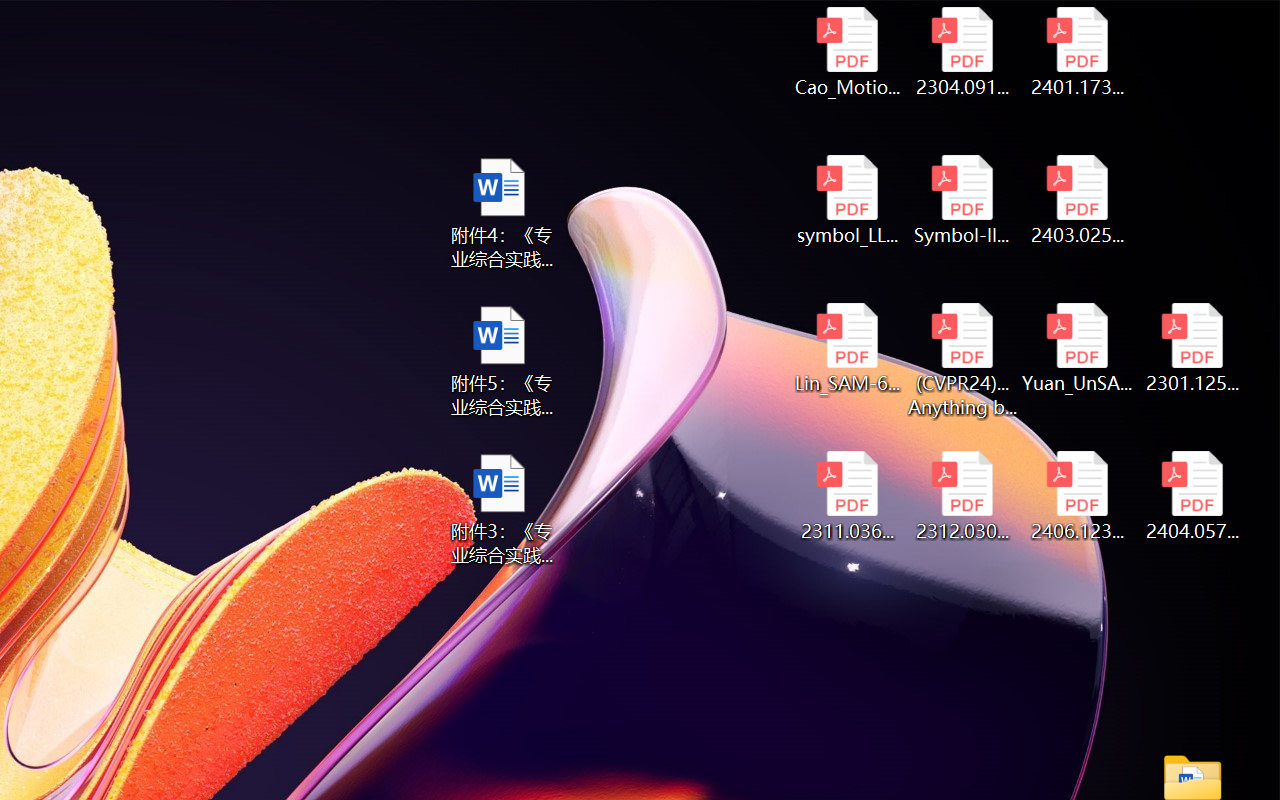 This screenshot has height=800, width=1280. What do you see at coordinates (962, 200) in the screenshot?
I see `'Symbol-llm-v2.pdf'` at bounding box center [962, 200].